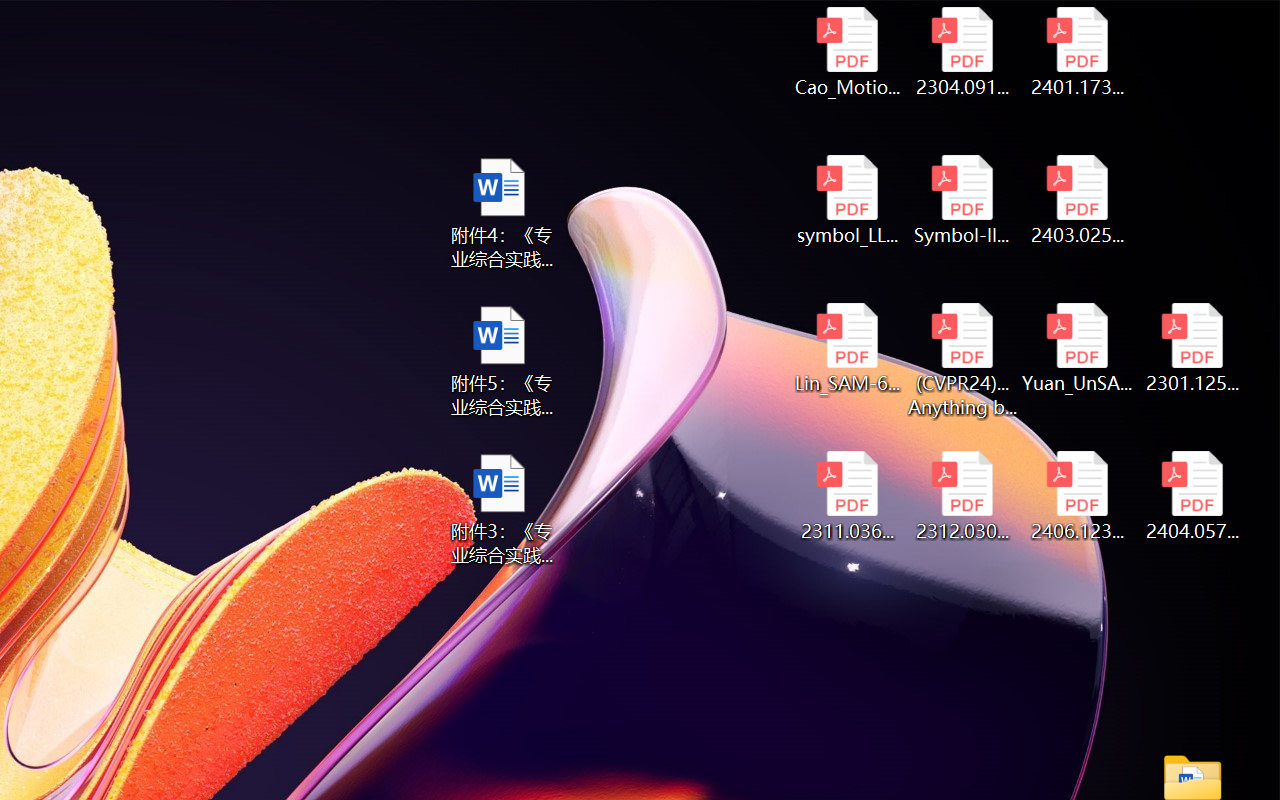 This screenshot has height=800, width=1280. What do you see at coordinates (962, 200) in the screenshot?
I see `'Symbol-llm-v2.pdf'` at bounding box center [962, 200].